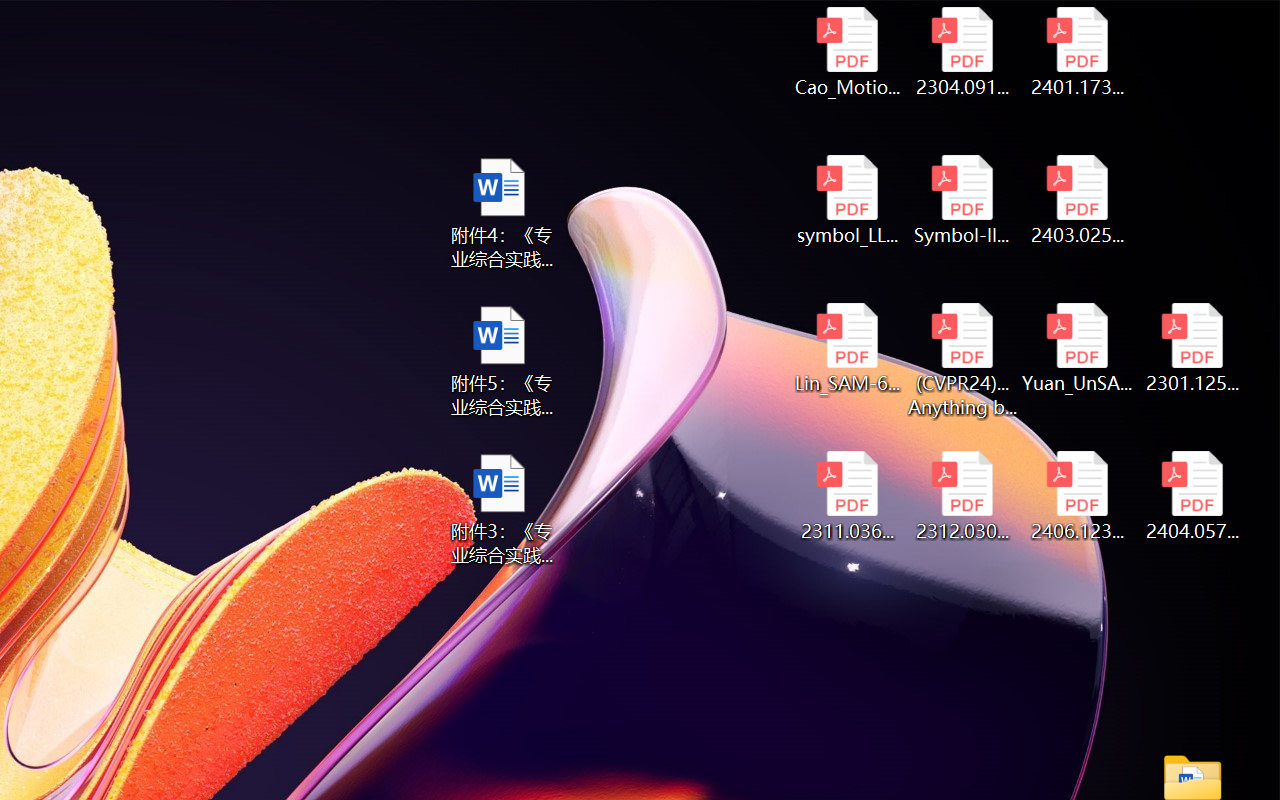 This screenshot has height=800, width=1280. What do you see at coordinates (962, 200) in the screenshot?
I see `'Symbol-llm-v2.pdf'` at bounding box center [962, 200].